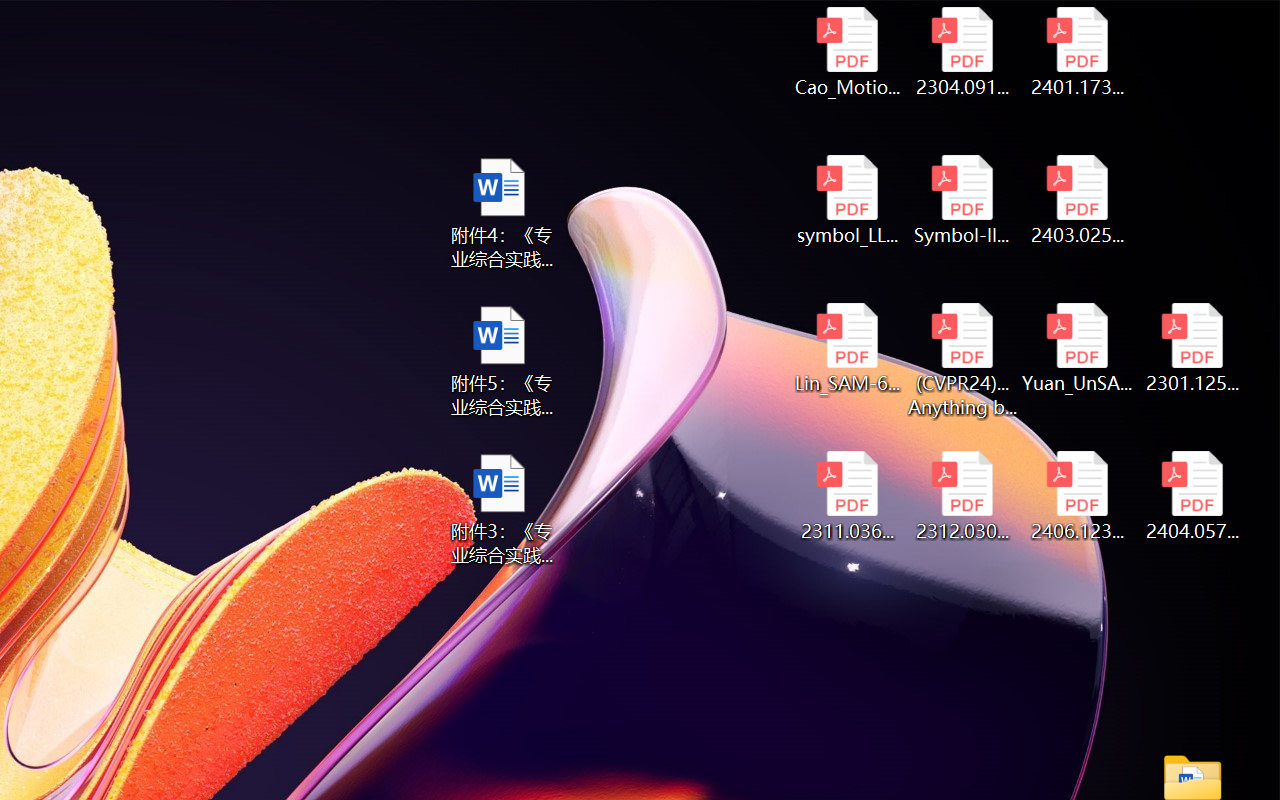 This screenshot has height=800, width=1280. What do you see at coordinates (962, 200) in the screenshot?
I see `'Symbol-llm-v2.pdf'` at bounding box center [962, 200].